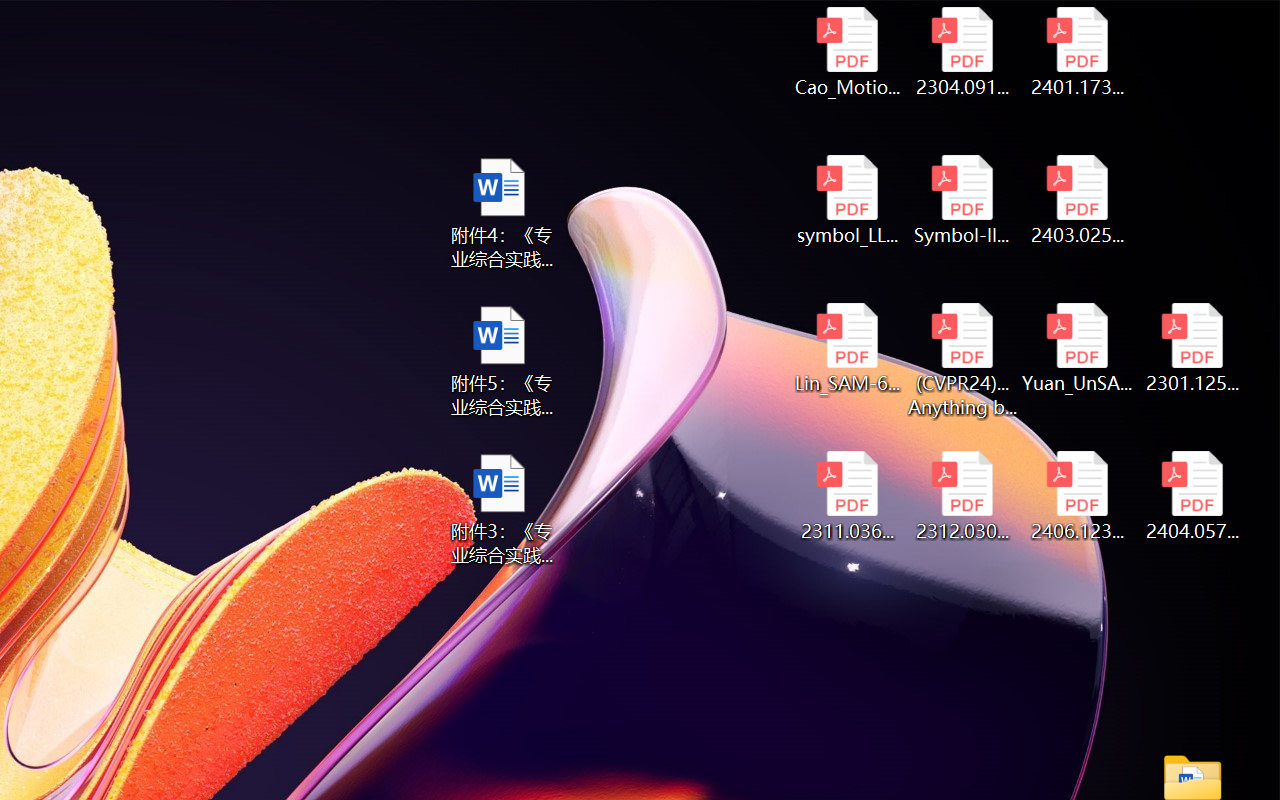 This screenshot has height=800, width=1280. What do you see at coordinates (962, 200) in the screenshot?
I see `'Symbol-llm-v2.pdf'` at bounding box center [962, 200].